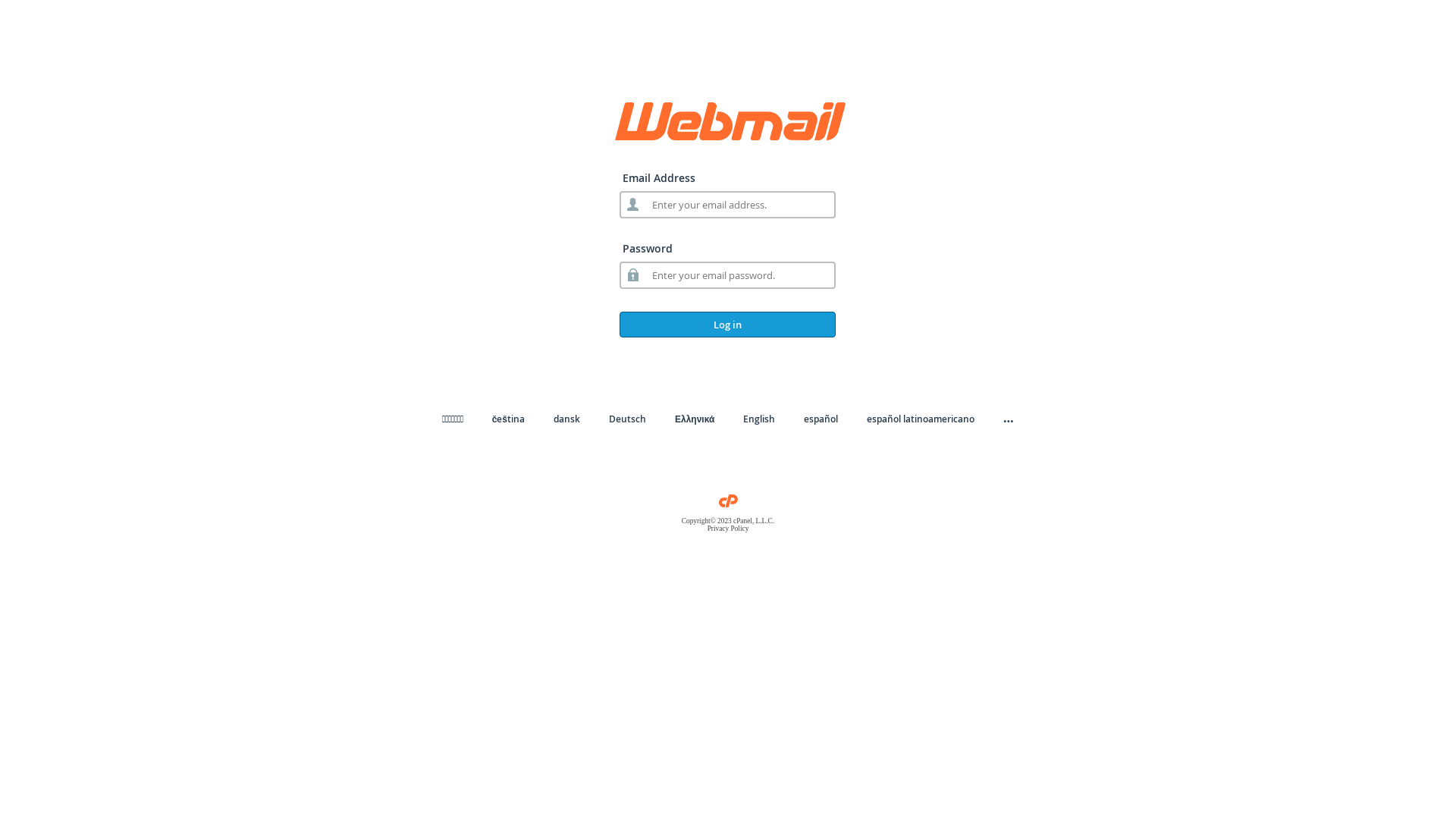 This screenshot has width=1456, height=819. Describe the element at coordinates (728, 528) in the screenshot. I see `'Privacy Policy'` at that location.